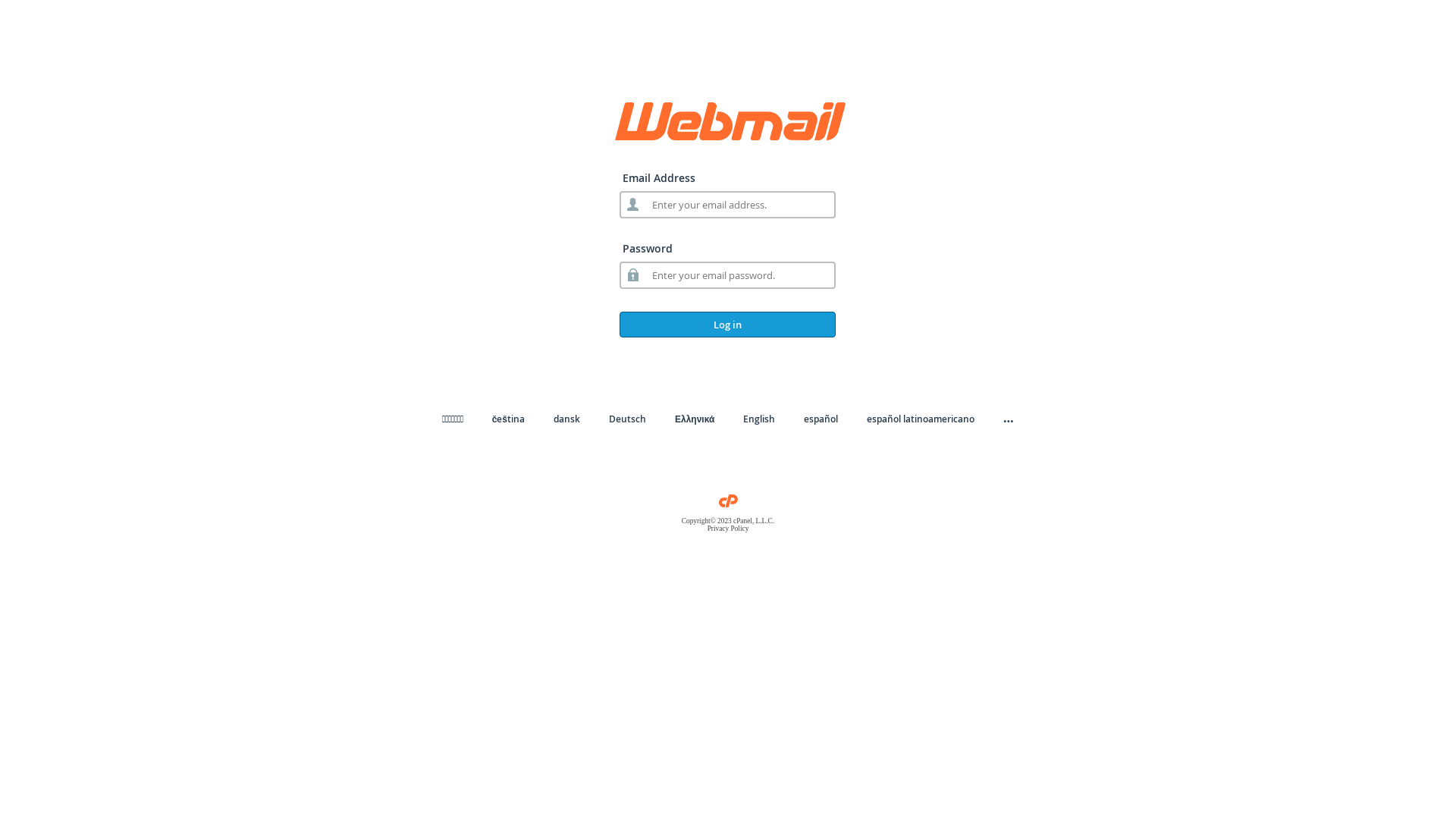 This screenshot has width=1456, height=819. Describe the element at coordinates (728, 528) in the screenshot. I see `'Privacy Policy'` at that location.